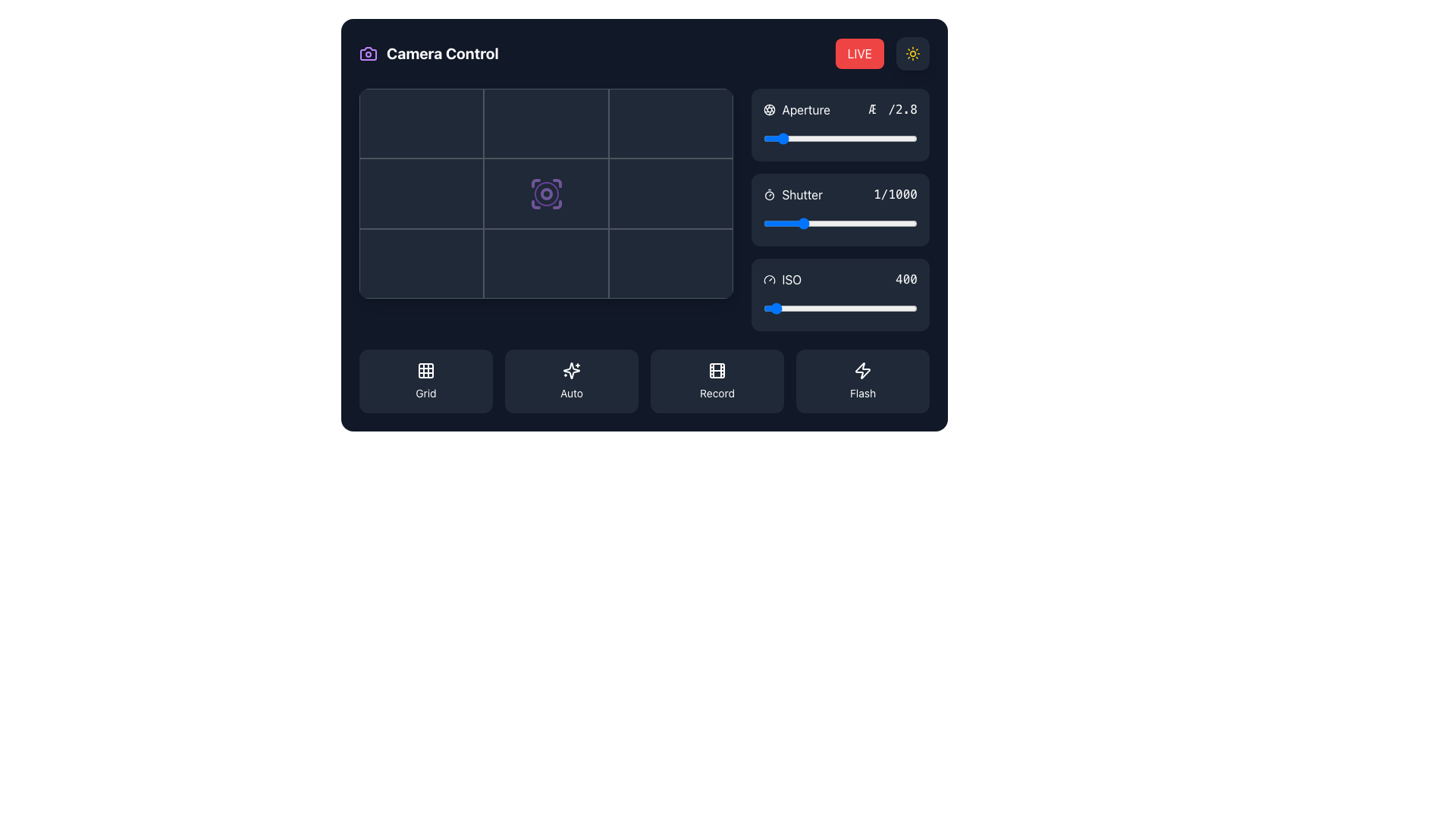 This screenshot has width=1456, height=819. What do you see at coordinates (770, 280) in the screenshot?
I see `the ISO settings icon located to the left of the text 'ISO' in the ISO control component` at bounding box center [770, 280].